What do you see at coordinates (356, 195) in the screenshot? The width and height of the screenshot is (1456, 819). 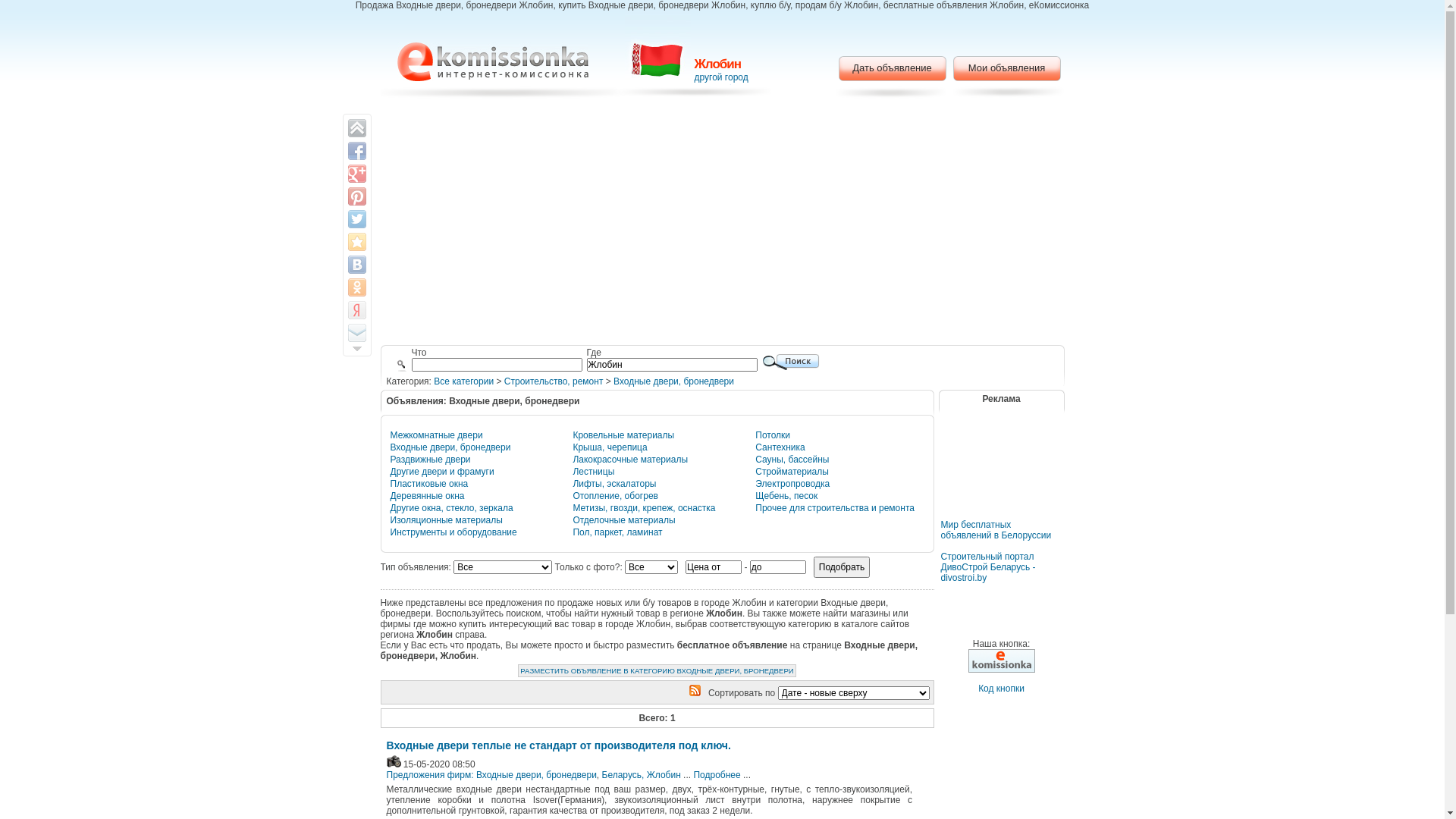 I see `'Pin It'` at bounding box center [356, 195].